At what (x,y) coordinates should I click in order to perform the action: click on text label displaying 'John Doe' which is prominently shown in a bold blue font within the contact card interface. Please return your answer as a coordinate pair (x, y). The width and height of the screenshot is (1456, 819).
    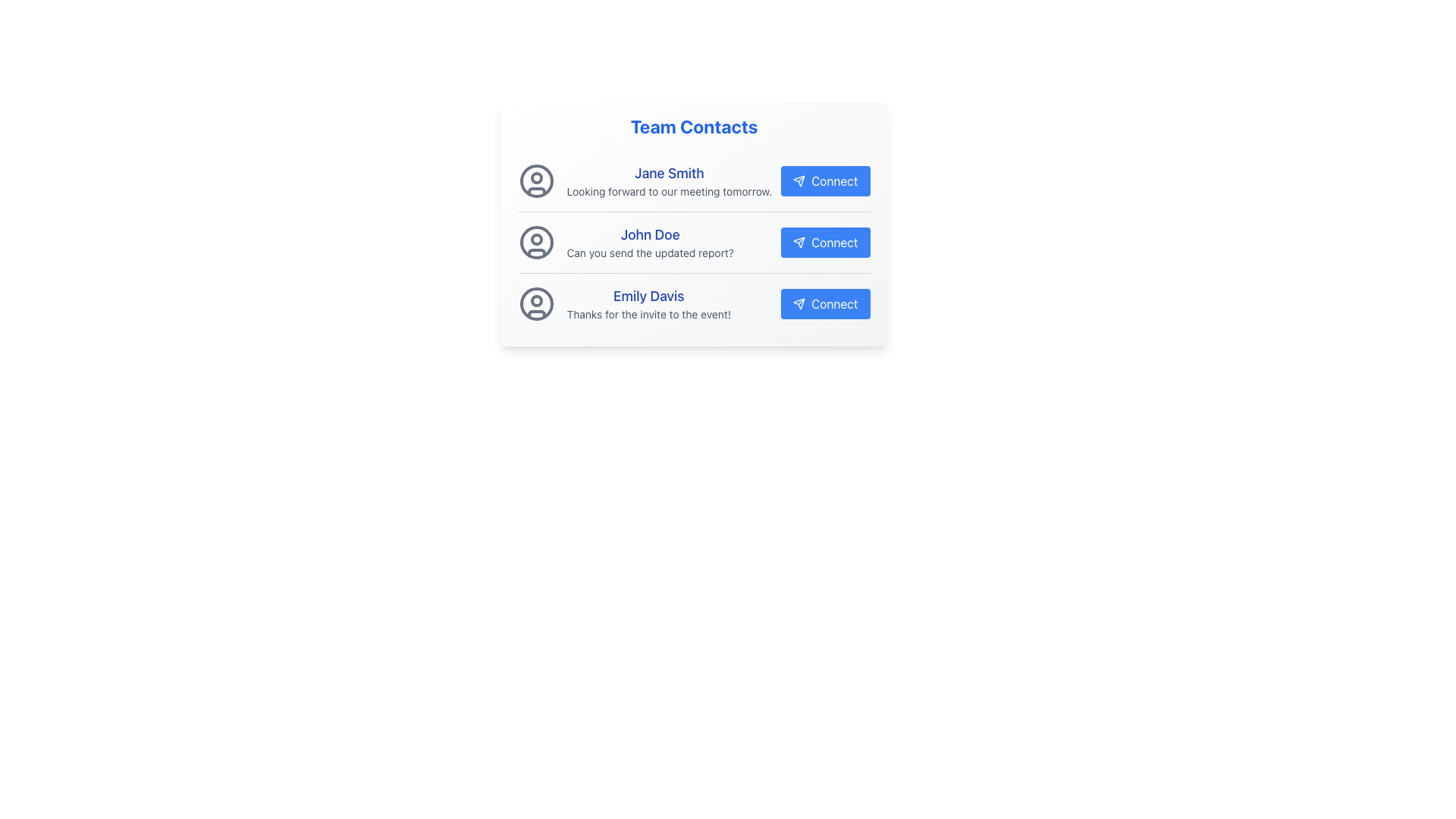
    Looking at the image, I should click on (650, 234).